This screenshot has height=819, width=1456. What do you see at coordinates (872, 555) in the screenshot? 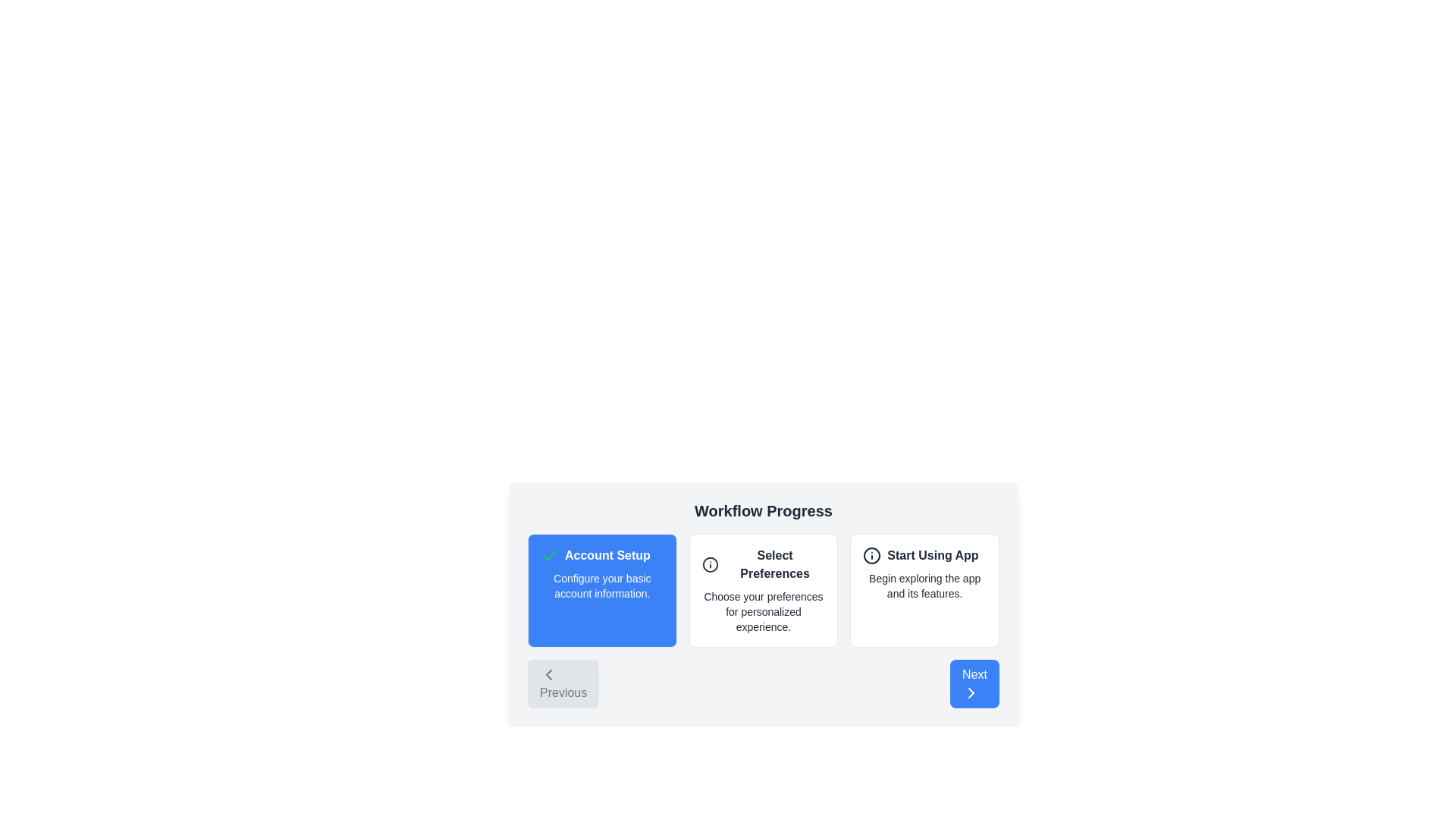
I see `the circular icon with an 'i' inside, located to the left of the 'Start Using App' text in the 'Workflow Progress' interface` at bounding box center [872, 555].